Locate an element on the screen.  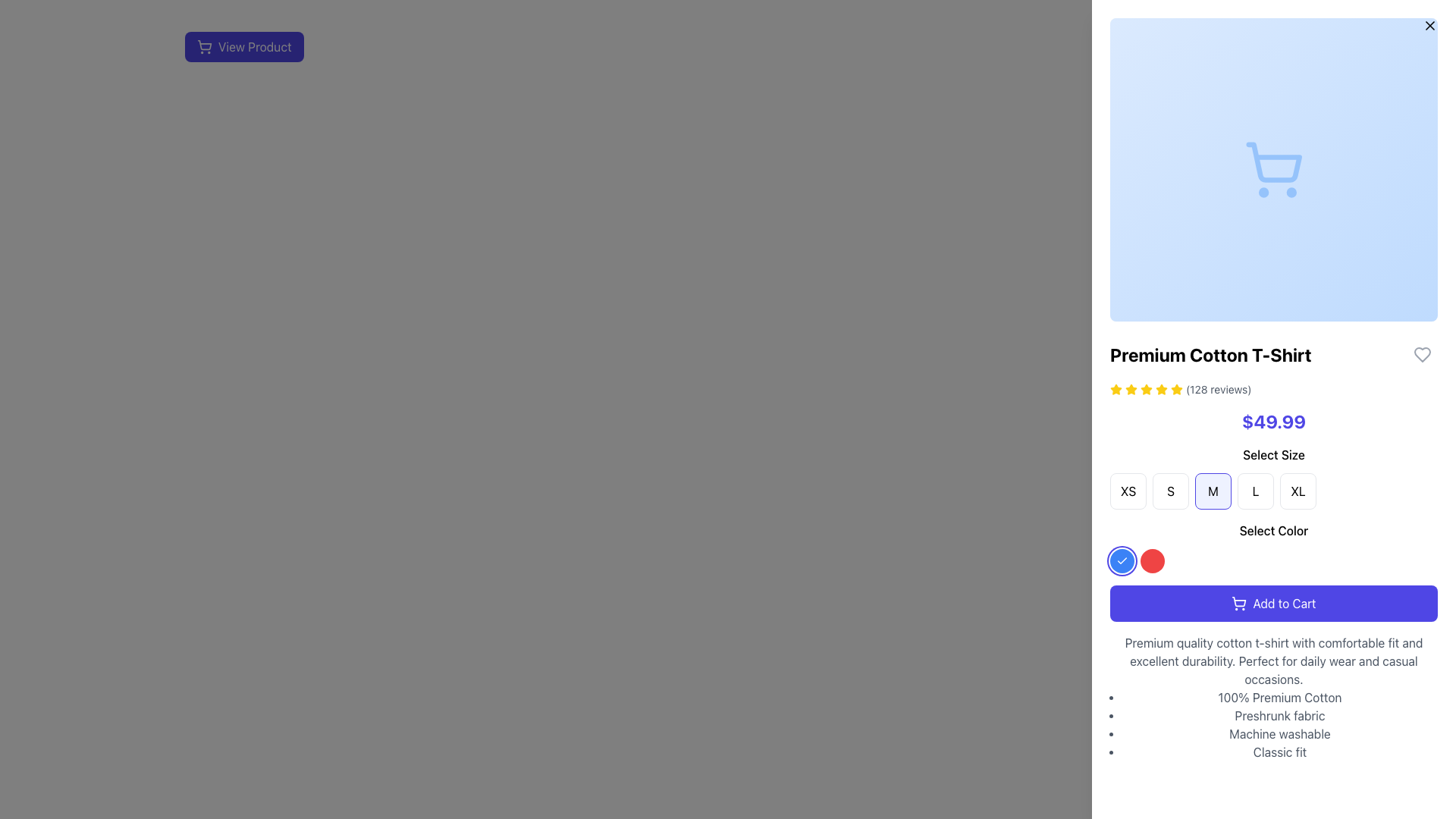
the blue color button in the Interactive Color Selection Module is located at coordinates (1274, 547).